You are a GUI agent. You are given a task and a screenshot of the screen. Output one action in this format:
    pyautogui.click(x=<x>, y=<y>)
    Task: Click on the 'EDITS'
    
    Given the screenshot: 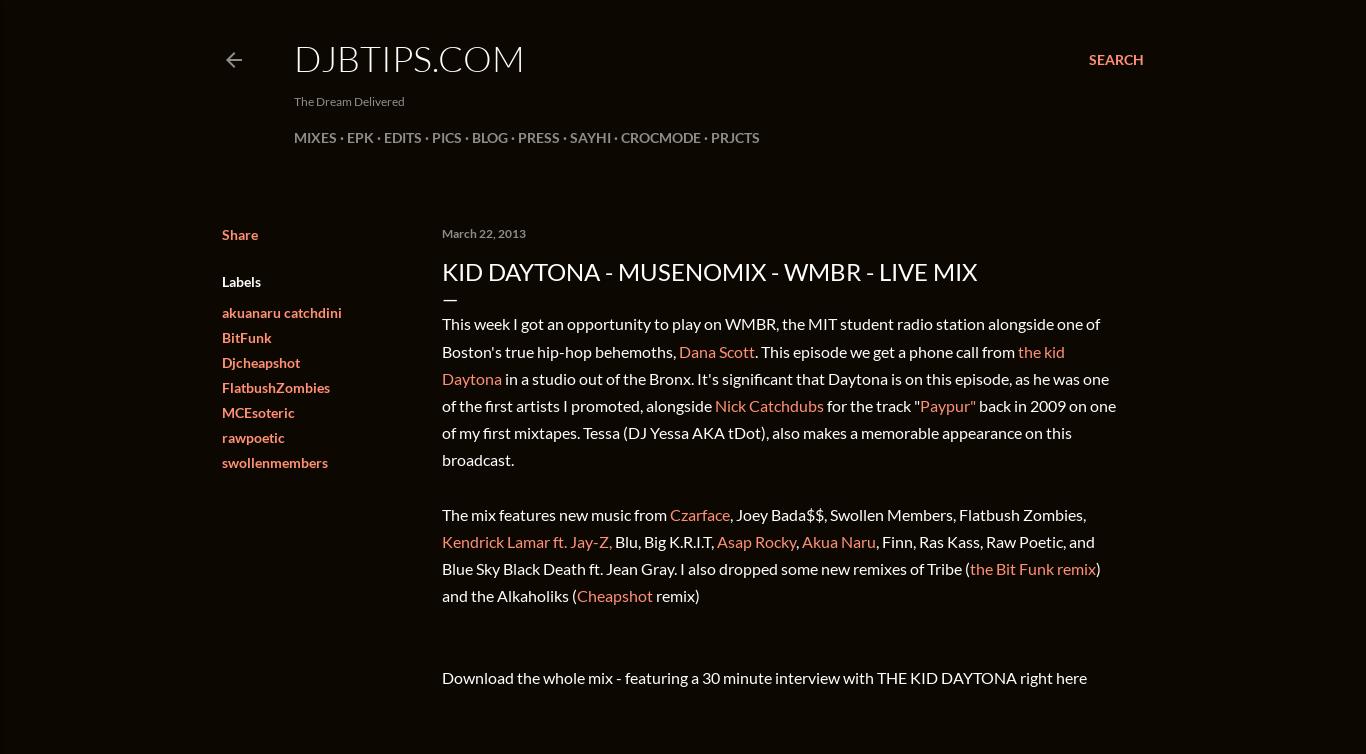 What is the action you would take?
    pyautogui.click(x=401, y=137)
    